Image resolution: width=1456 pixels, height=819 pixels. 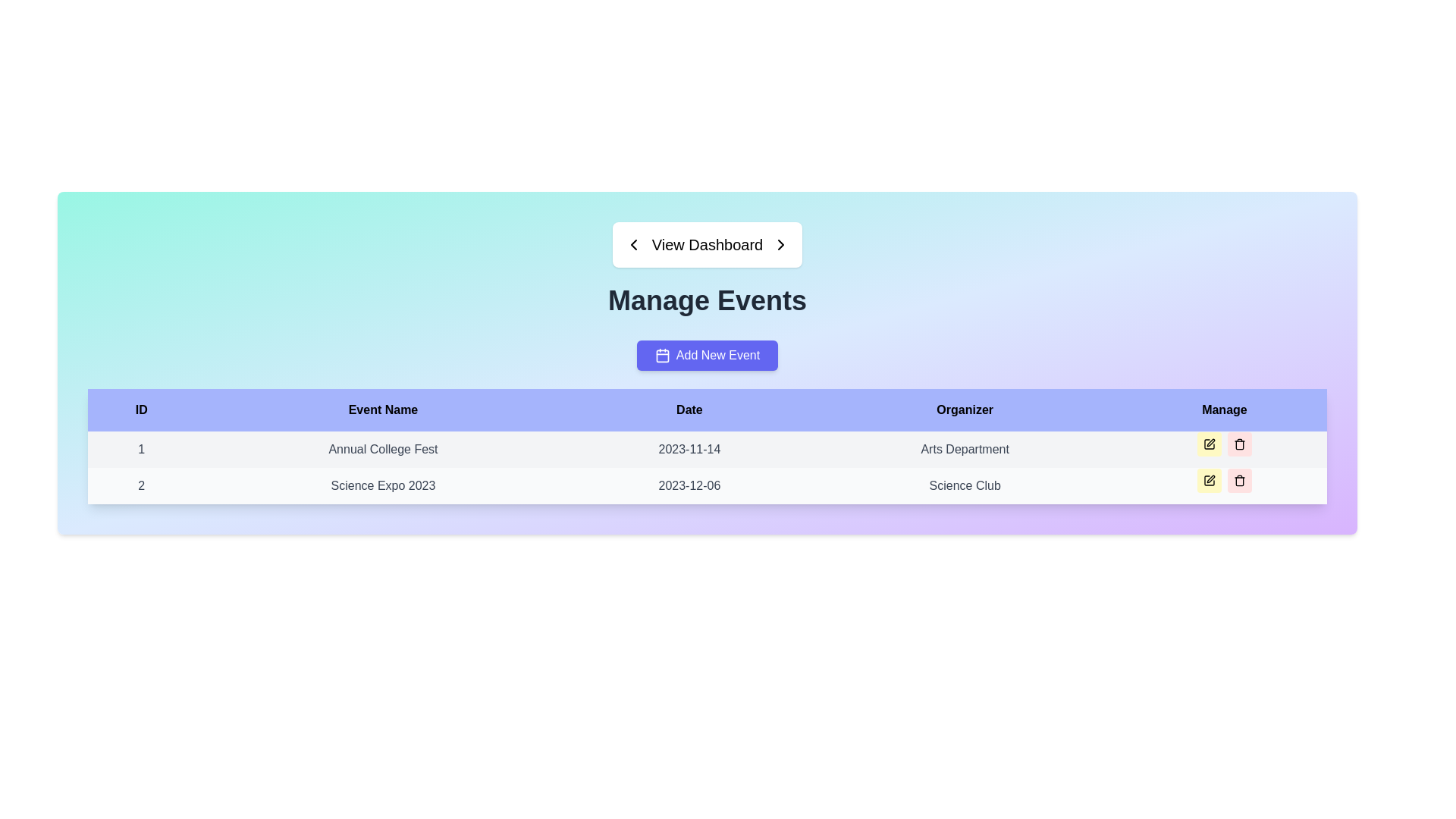 I want to click on the centered textual content displaying the numeral '2' which is styled with a medium gray font and positioned in the first cell of the second row under the 'ID' column, so click(x=141, y=485).